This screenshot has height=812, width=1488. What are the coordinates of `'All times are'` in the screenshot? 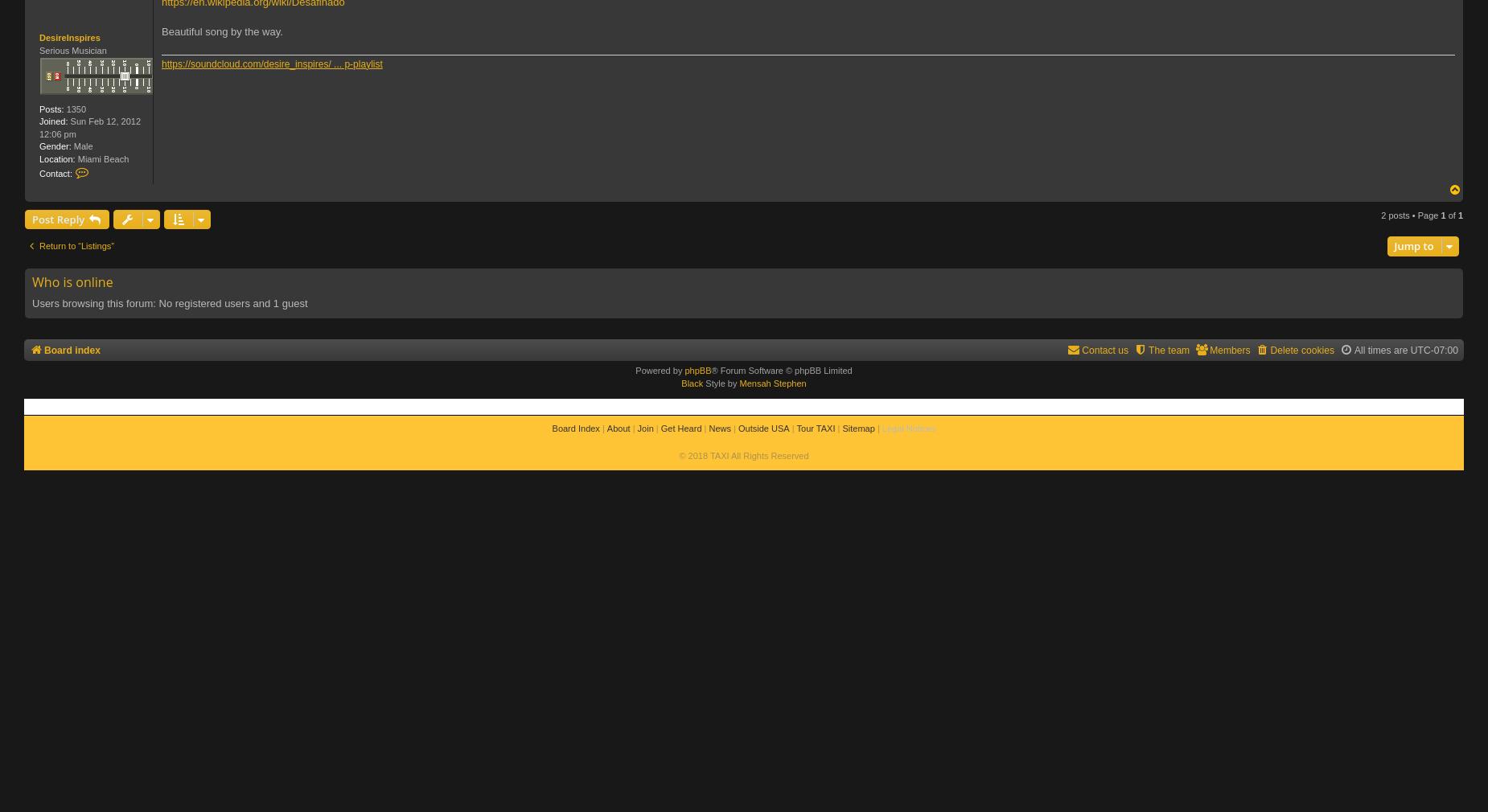 It's located at (1381, 350).